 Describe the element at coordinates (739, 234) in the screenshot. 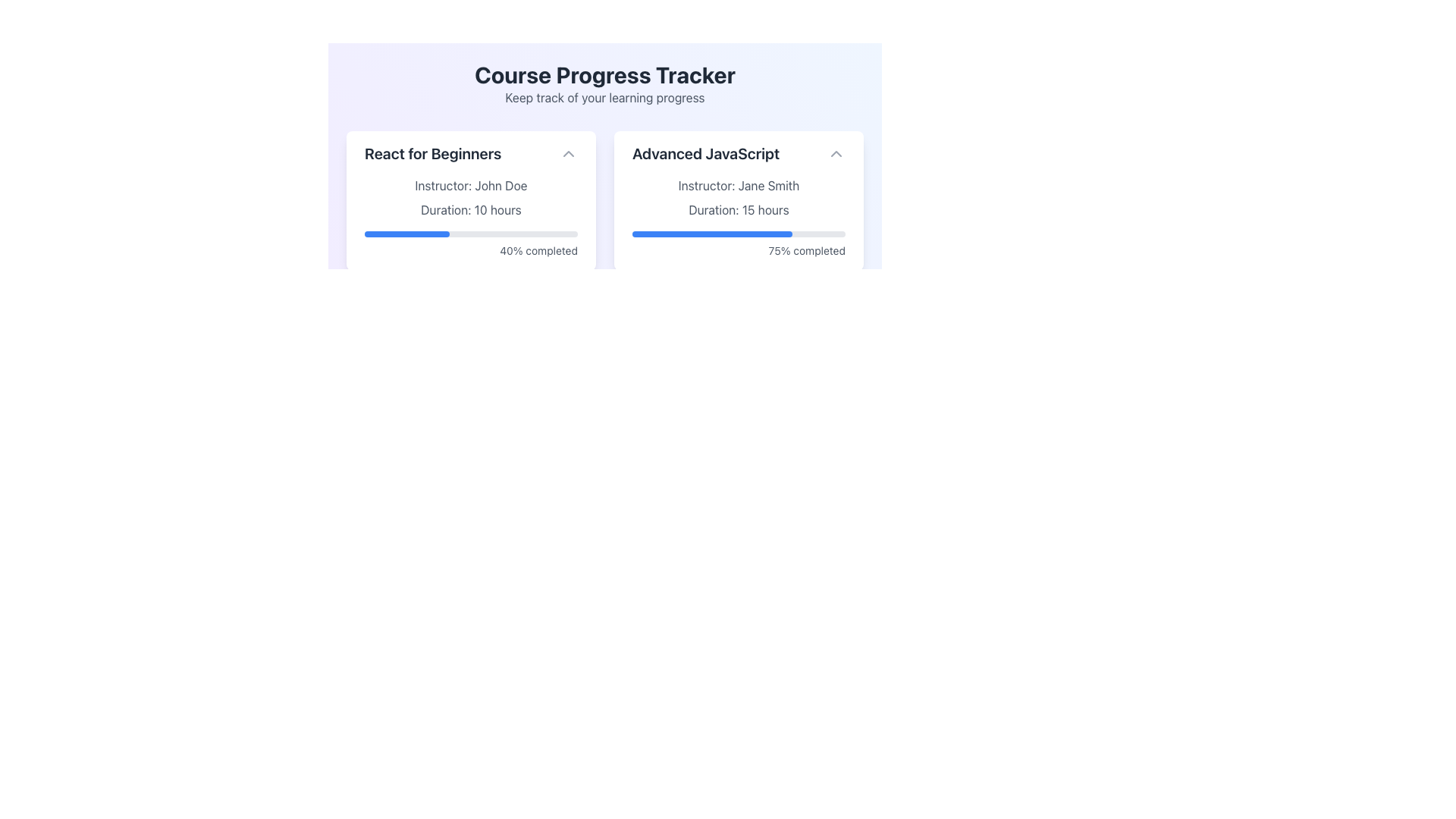

I see `the progress bar indicating 75% completion located within the 'Advanced JavaScript' card component, positioned between 'Duration: 15 hours' and '75% completed' texts` at that location.